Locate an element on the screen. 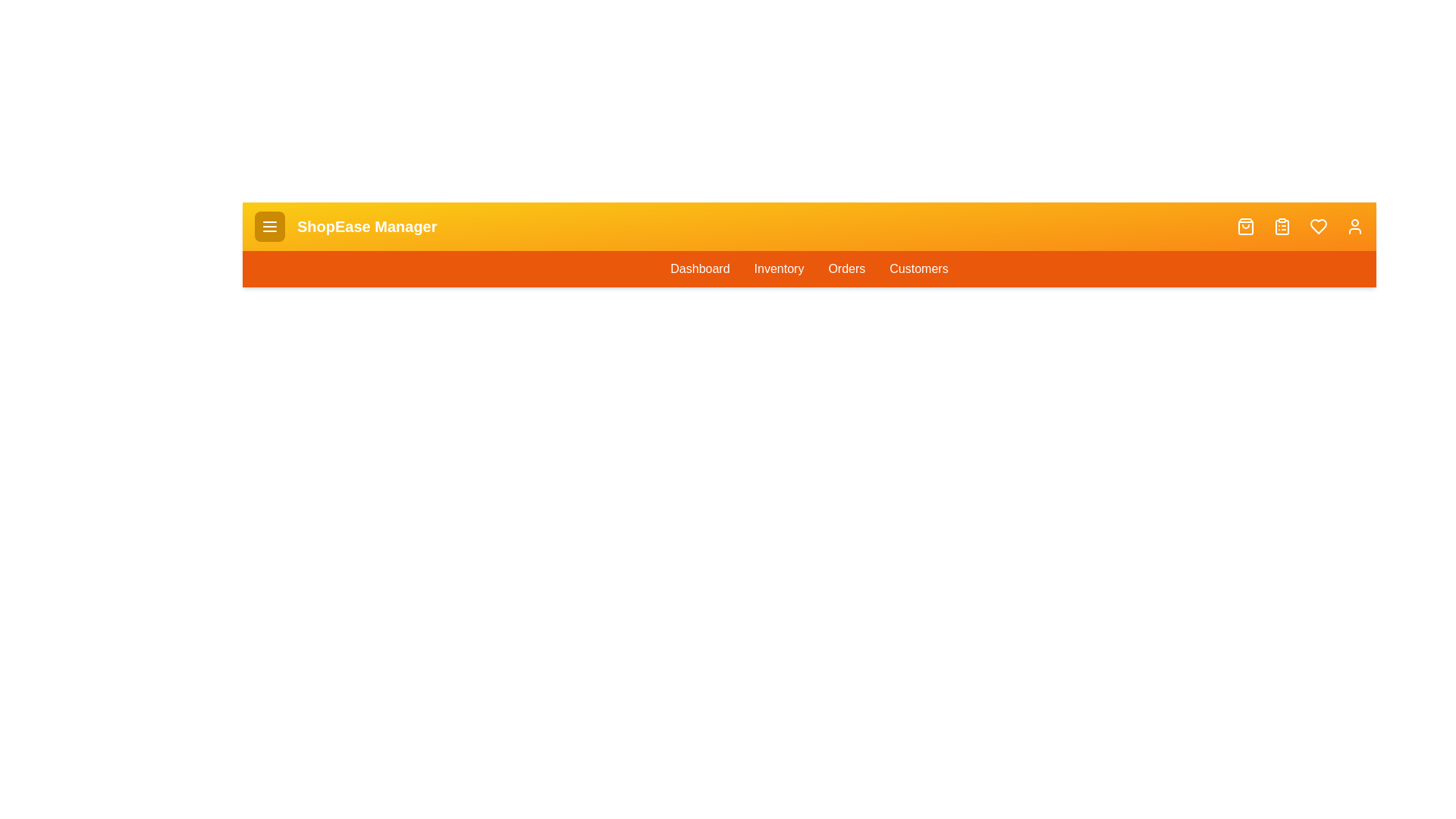 The height and width of the screenshot is (819, 1456). the navigation link for Orders to navigate to the respective section is located at coordinates (846, 268).